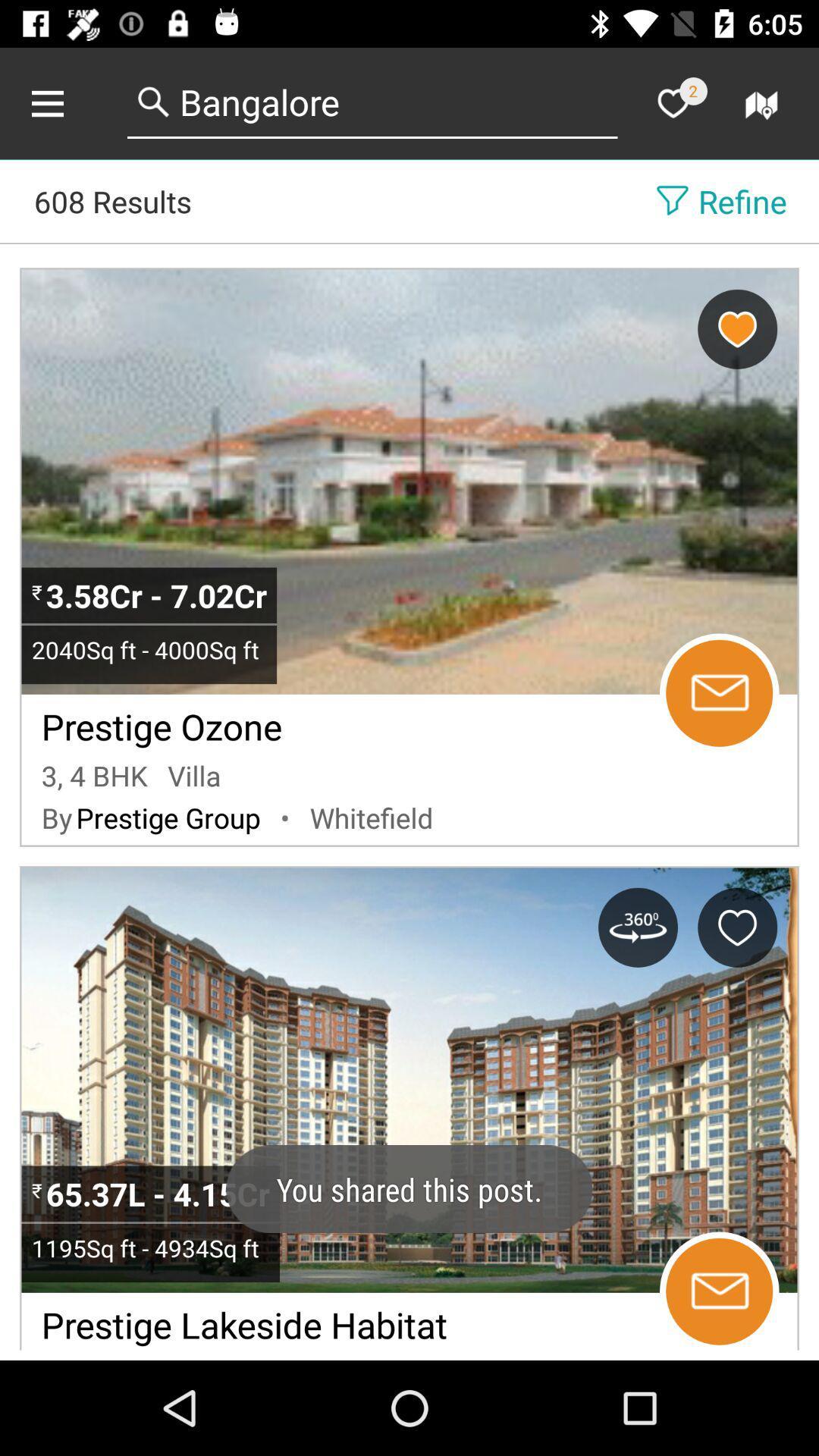 The height and width of the screenshot is (1456, 819). I want to click on rotate image button, so click(638, 927).